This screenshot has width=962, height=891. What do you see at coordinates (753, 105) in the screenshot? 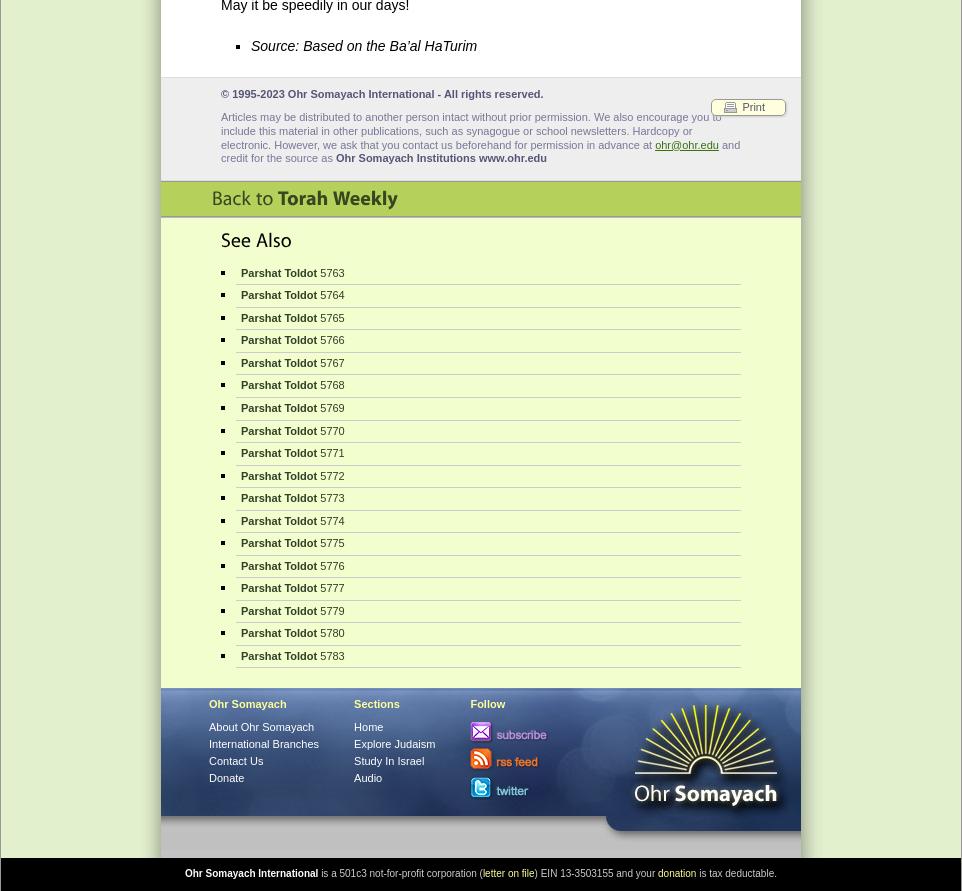
I see `'Print'` at bounding box center [753, 105].